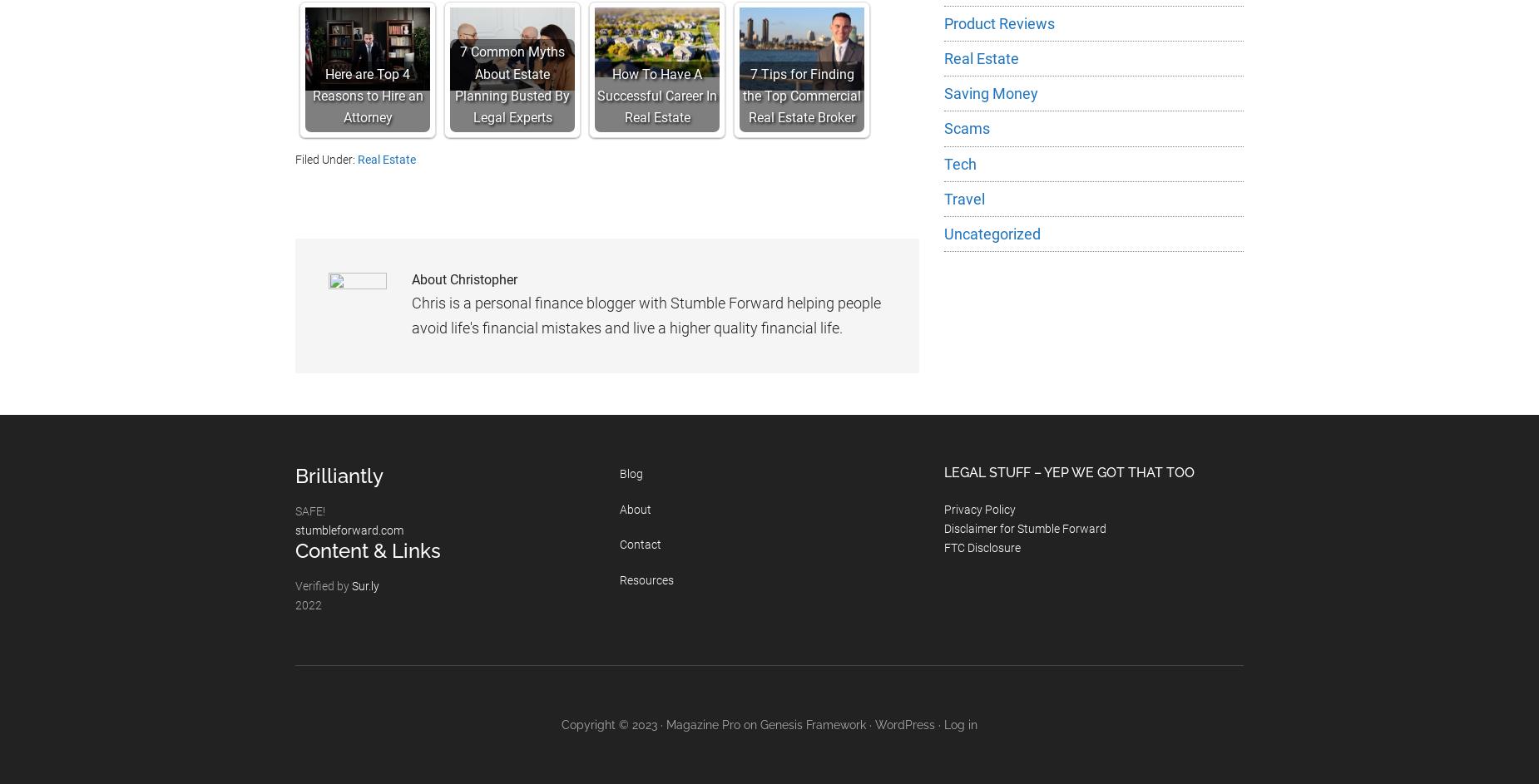 The height and width of the screenshot is (784, 1539). I want to click on 'Genesis Framework', so click(760, 723).